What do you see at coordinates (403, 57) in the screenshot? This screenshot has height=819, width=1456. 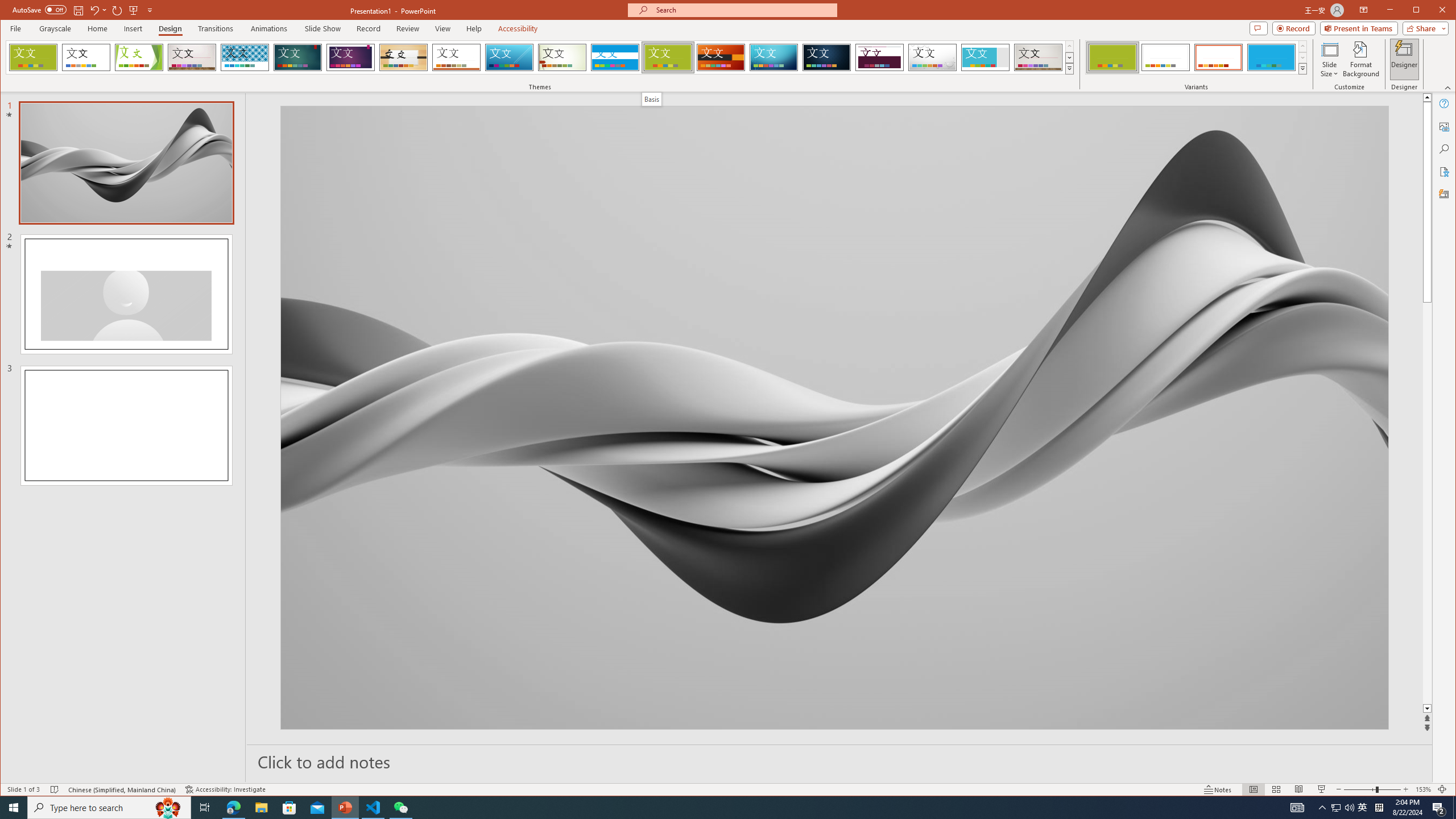 I see `'Organic'` at bounding box center [403, 57].